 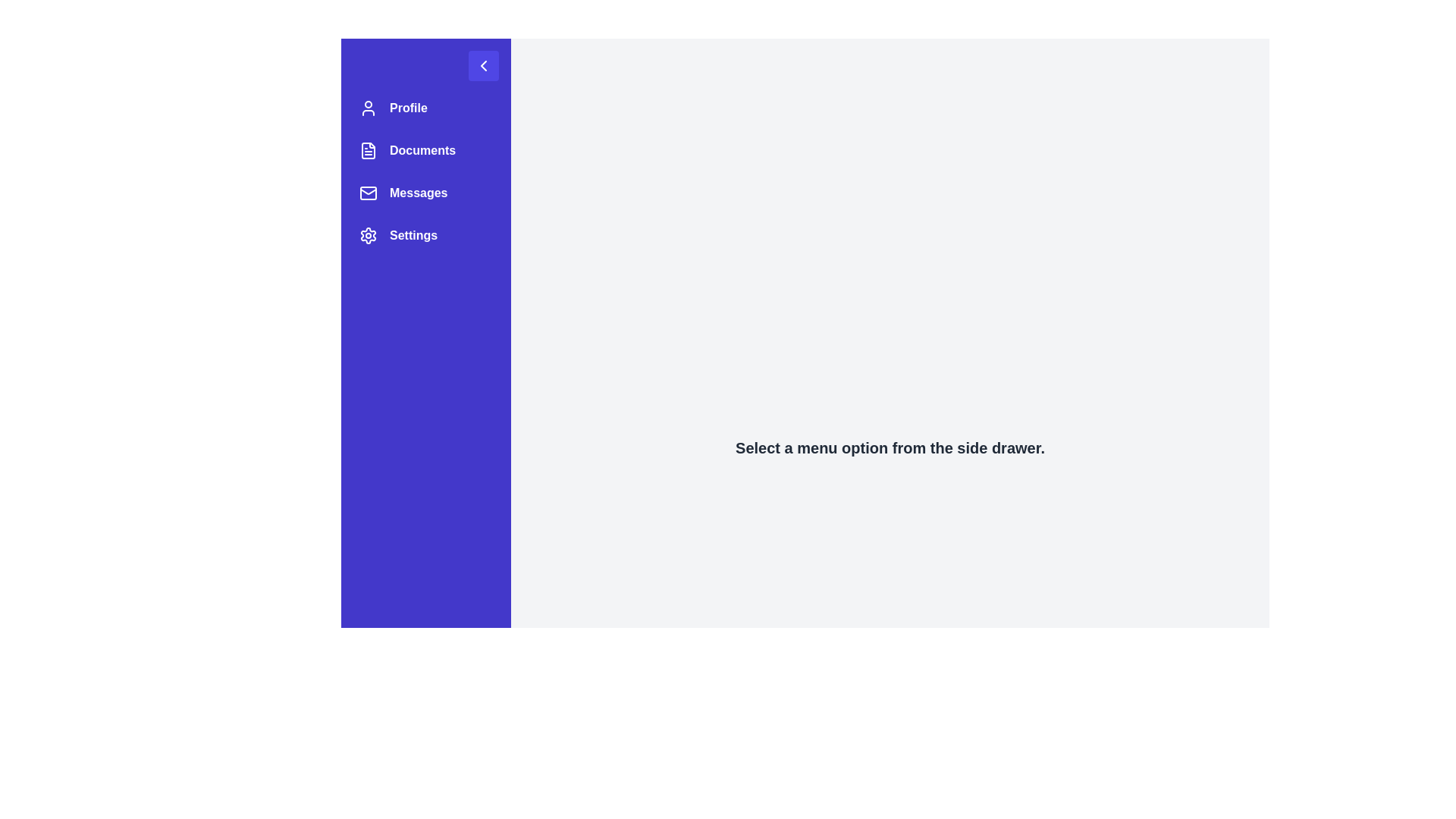 I want to click on the 'Settings' text label in the navigation menu, which is the fourth item with a blue background, located on the left side of the interface, so click(x=413, y=236).